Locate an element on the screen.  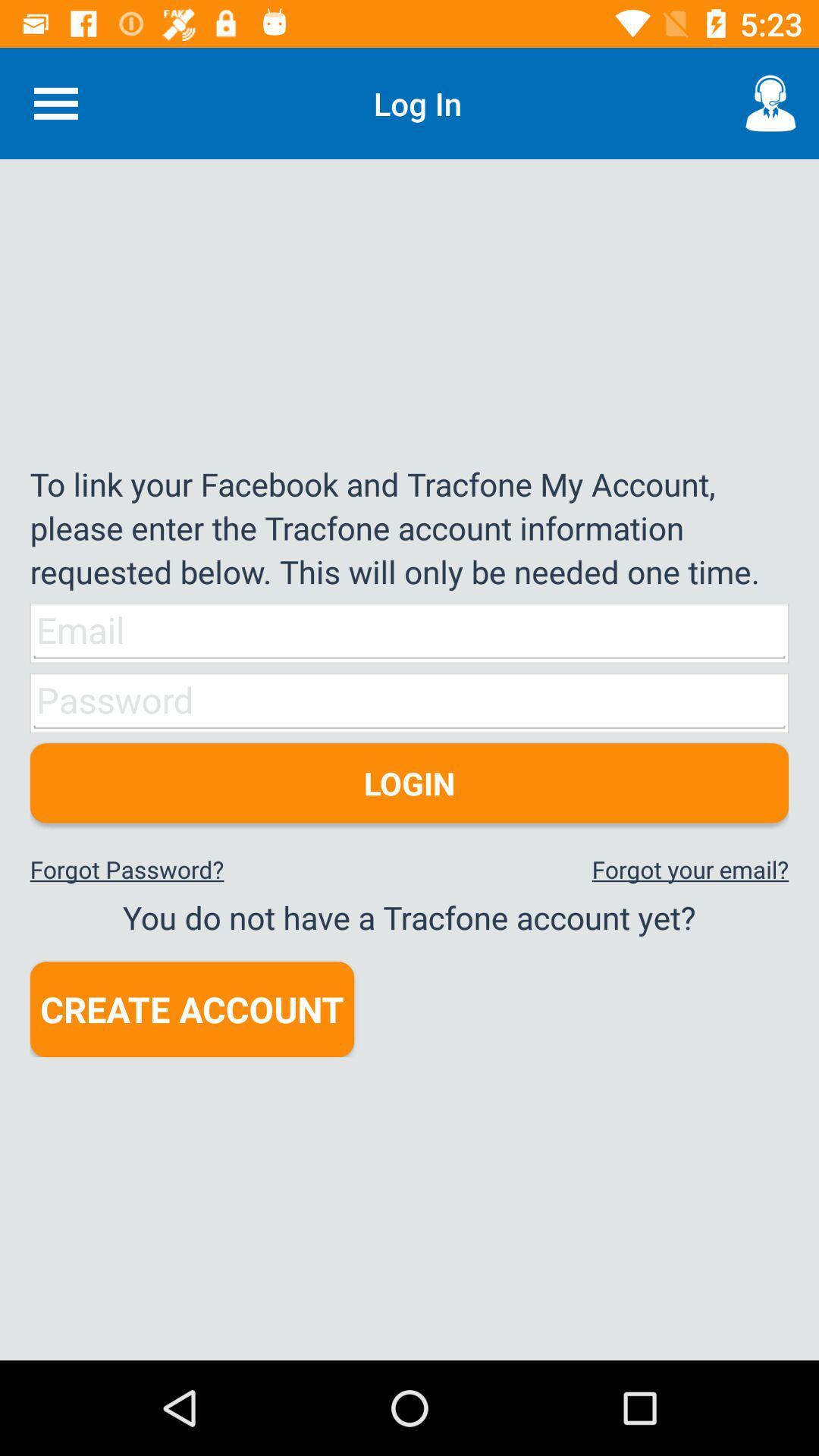
item next to the log in icon is located at coordinates (55, 102).